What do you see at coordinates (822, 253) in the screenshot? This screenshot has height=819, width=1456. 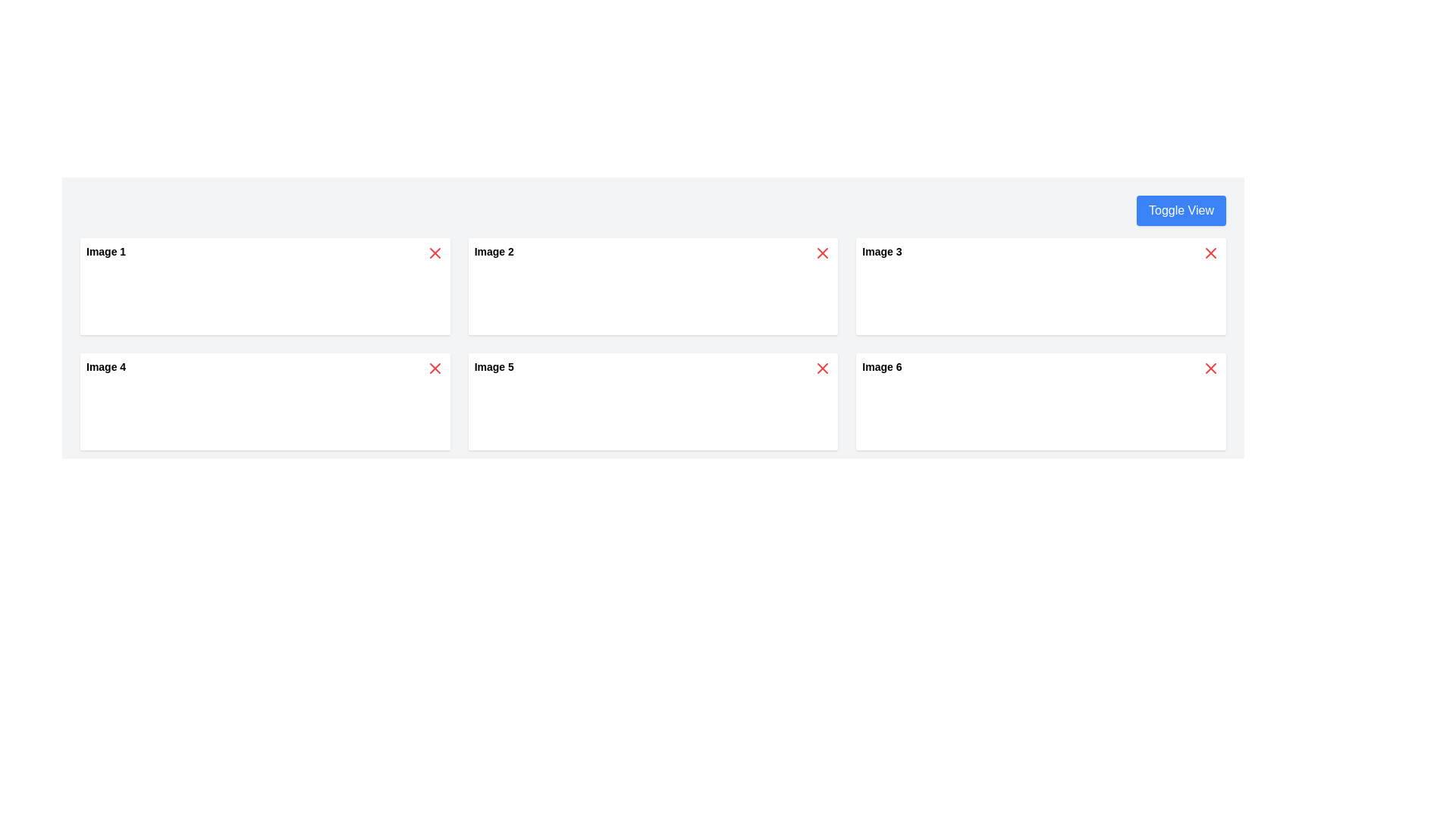 I see `the 'X' shaped red icon located in the top right corner of the second box in the first row of the grid layout` at bounding box center [822, 253].